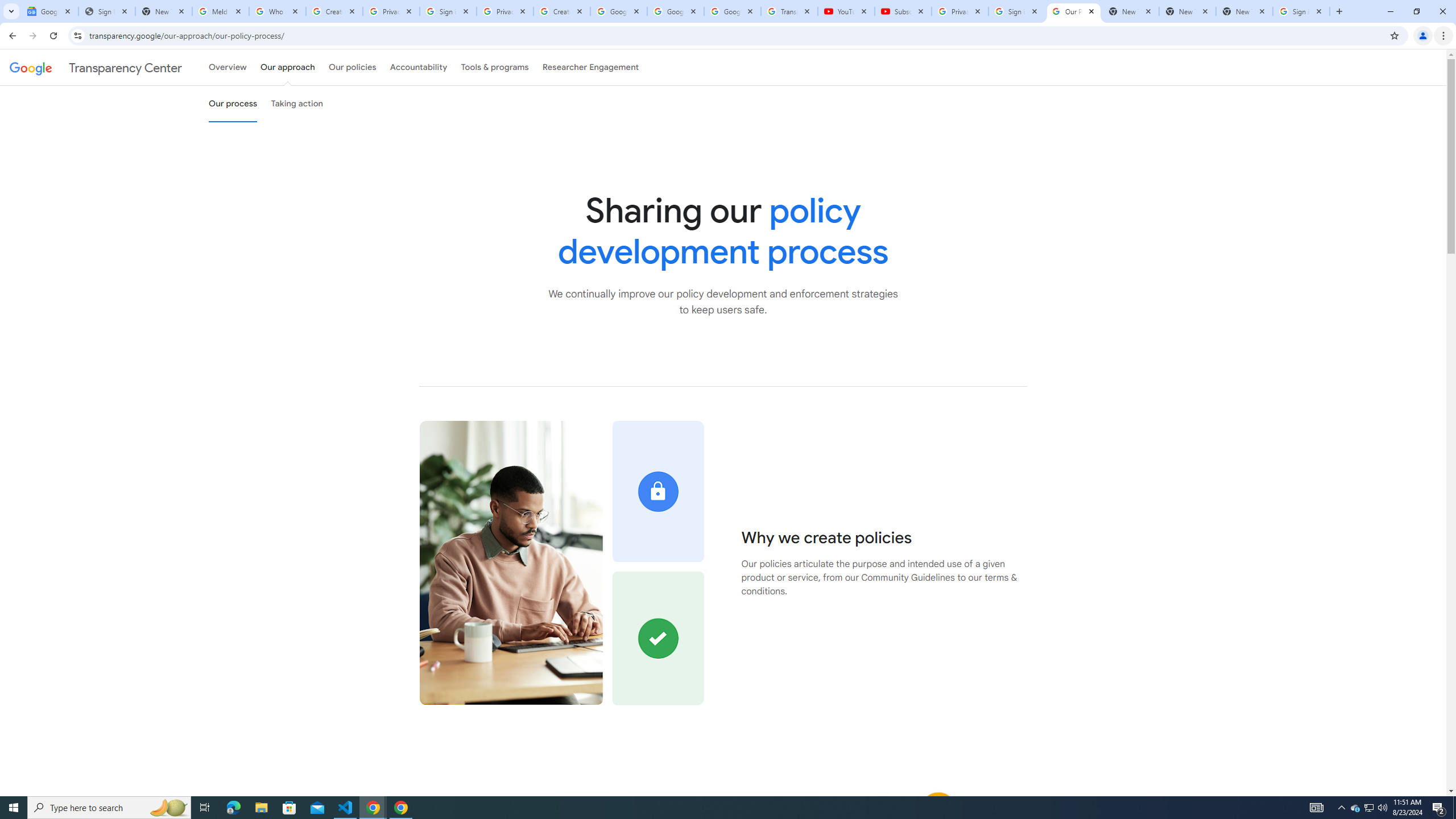  Describe the element at coordinates (296, 103) in the screenshot. I see `'Taking action'` at that location.